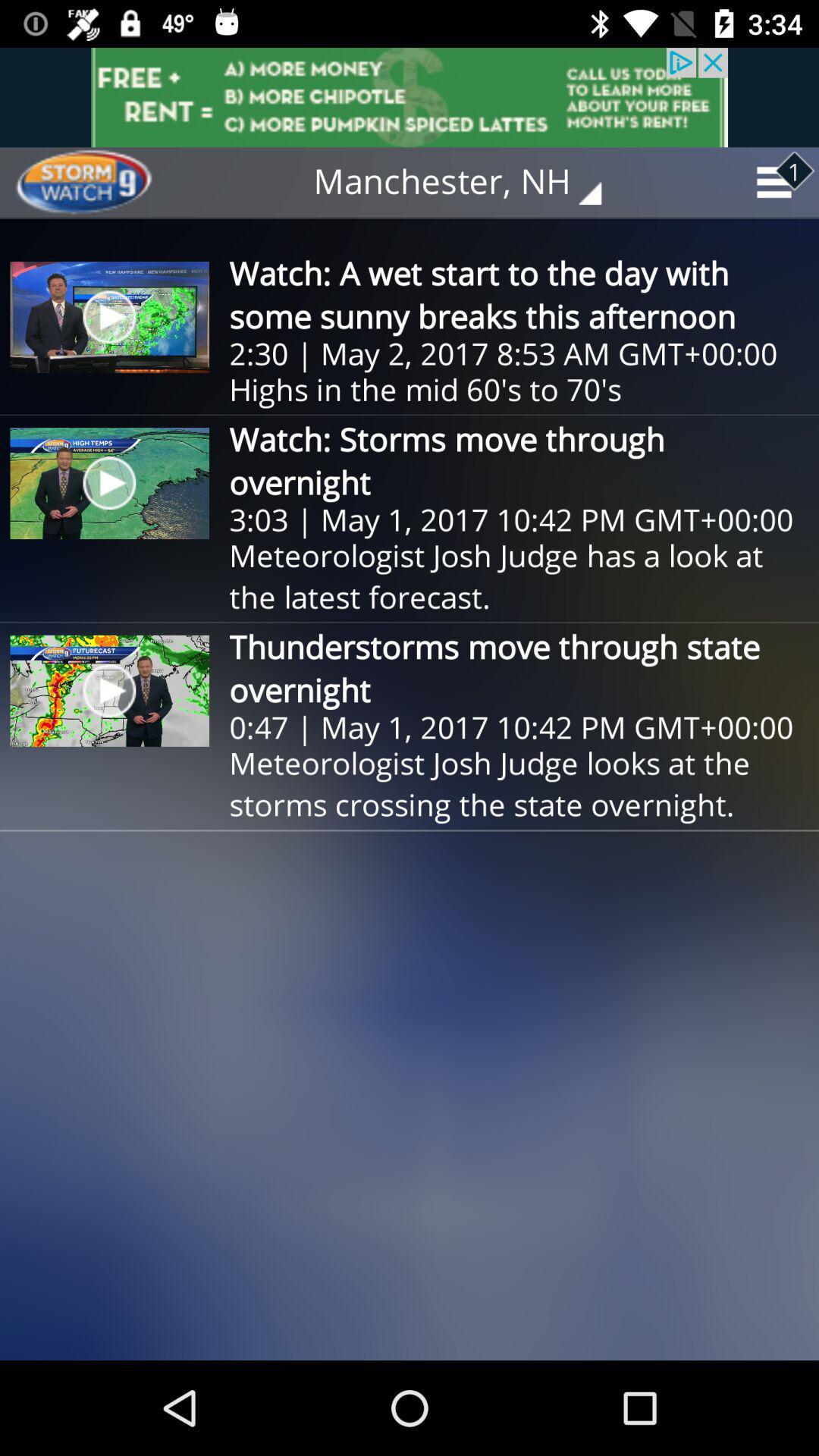 This screenshot has width=819, height=1456. What do you see at coordinates (467, 182) in the screenshot?
I see `the manchester, nh` at bounding box center [467, 182].